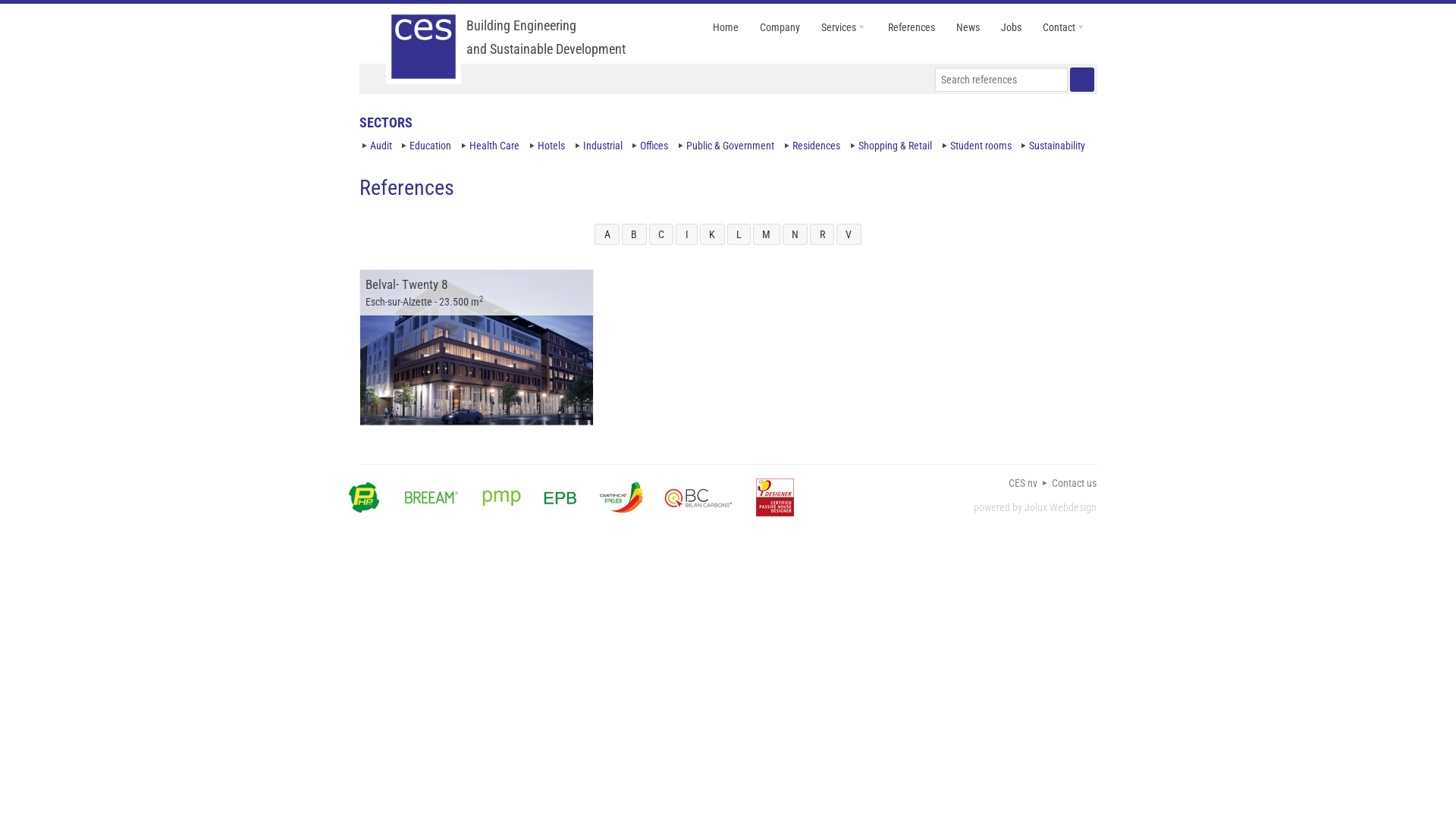  Describe the element at coordinates (843, 27) in the screenshot. I see `'Services'` at that location.